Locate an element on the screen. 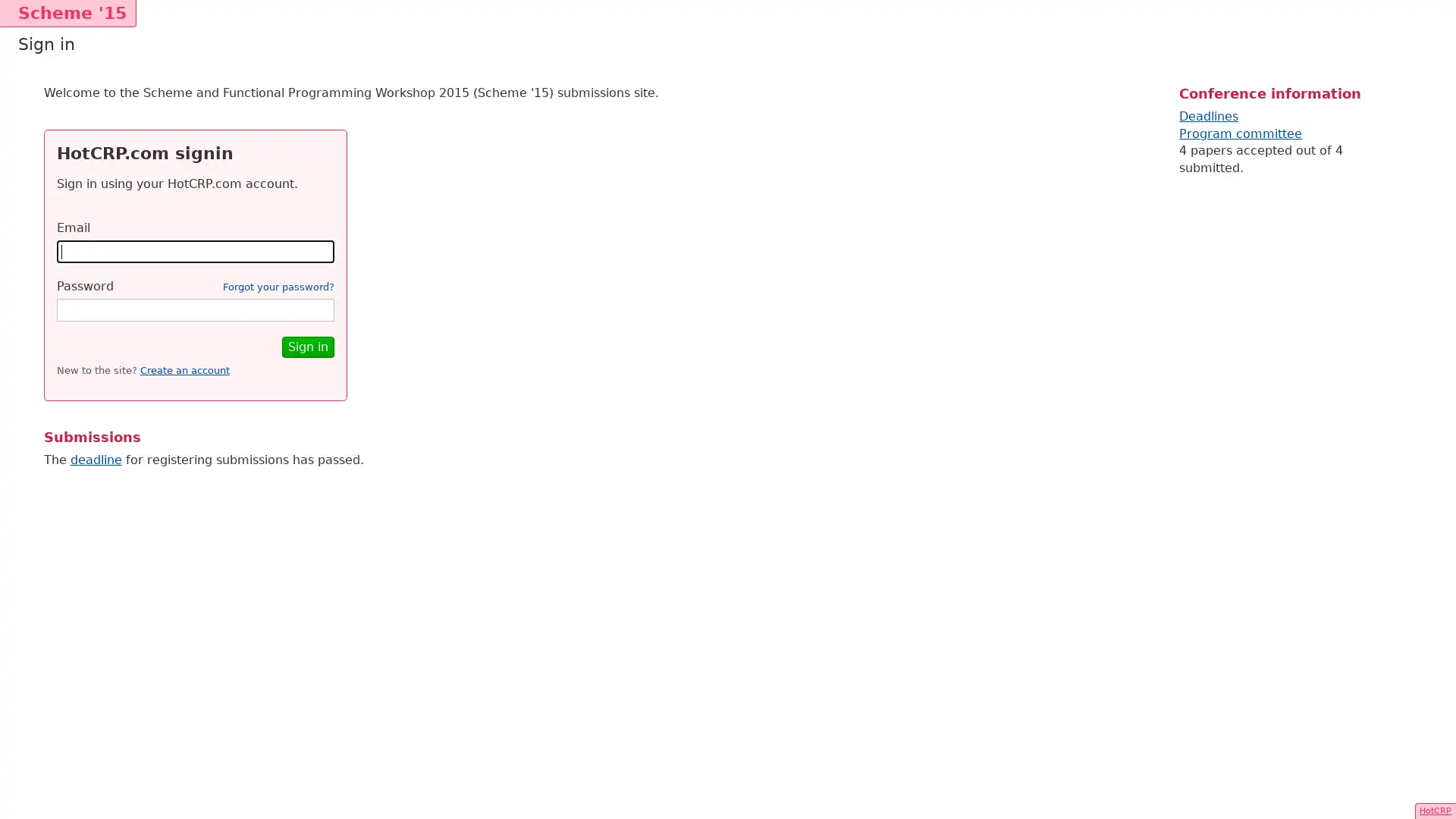  Sign in is located at coordinates (306, 347).